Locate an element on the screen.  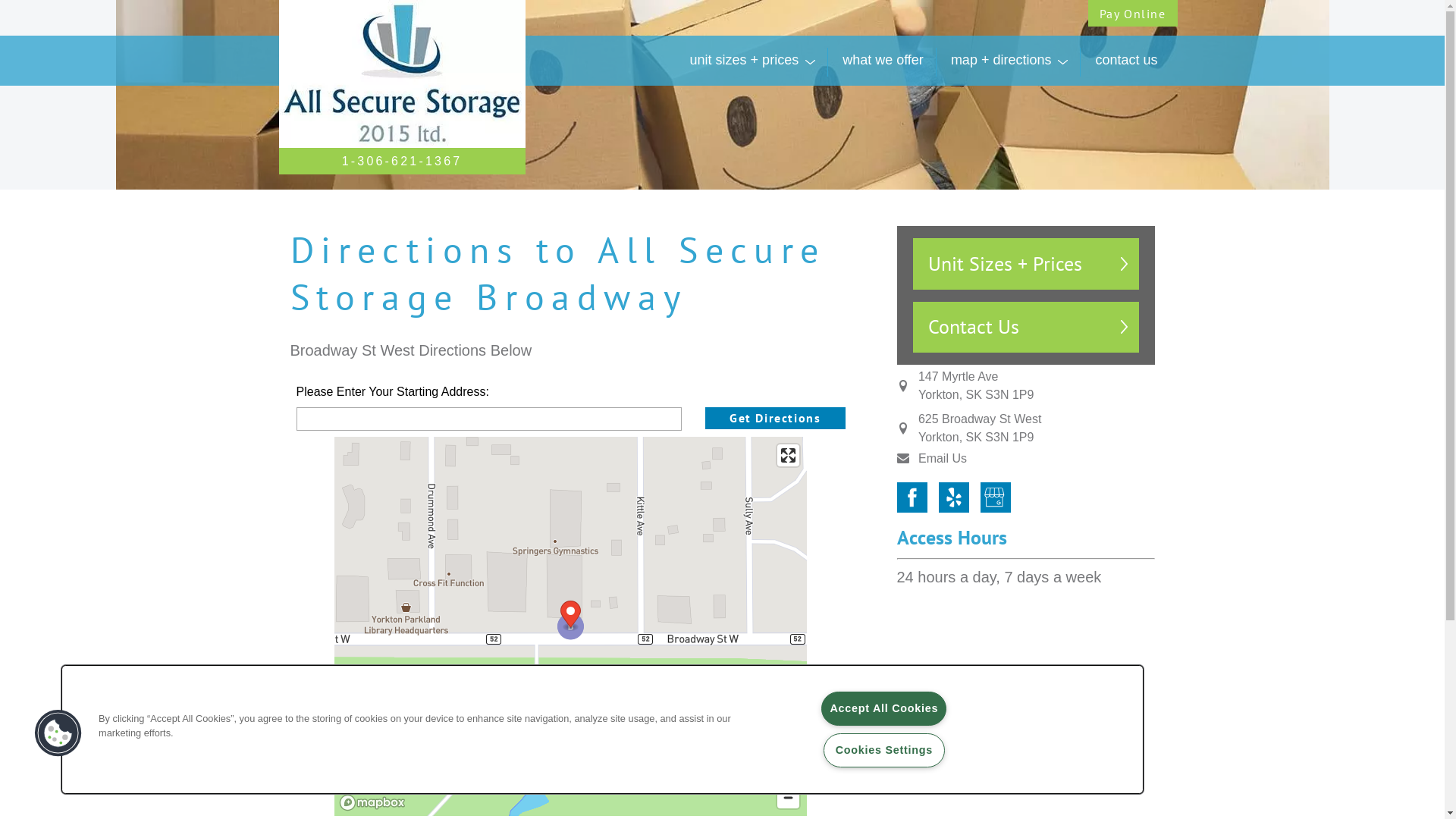
'Email Us' is located at coordinates (942, 457).